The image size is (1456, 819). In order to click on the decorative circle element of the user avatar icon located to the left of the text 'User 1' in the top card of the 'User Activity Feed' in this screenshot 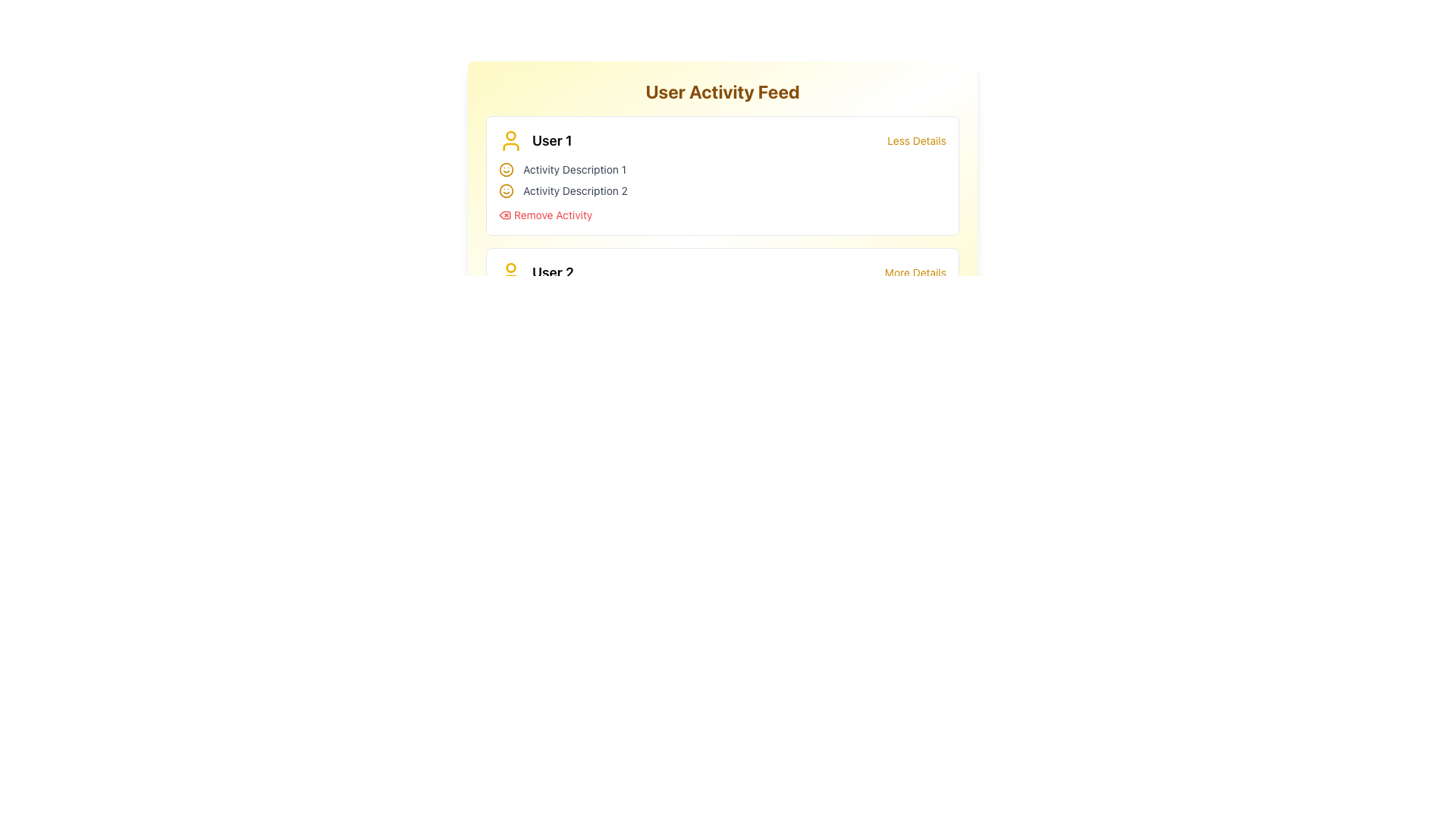, I will do `click(510, 134)`.